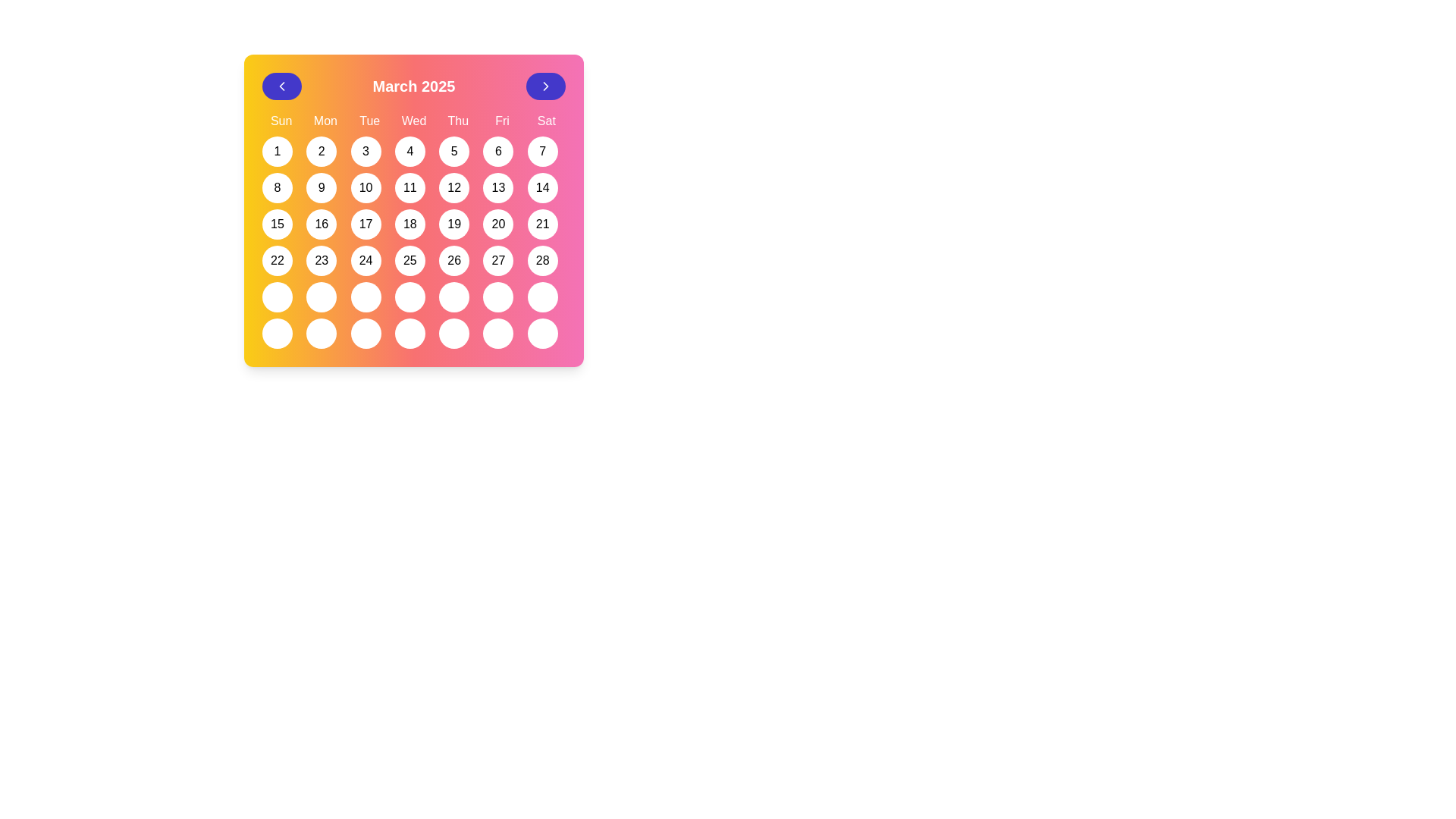  I want to click on the first date button representing the date '1' of March 2025, located under 'Sun' in the calendar grid layout, so click(277, 152).